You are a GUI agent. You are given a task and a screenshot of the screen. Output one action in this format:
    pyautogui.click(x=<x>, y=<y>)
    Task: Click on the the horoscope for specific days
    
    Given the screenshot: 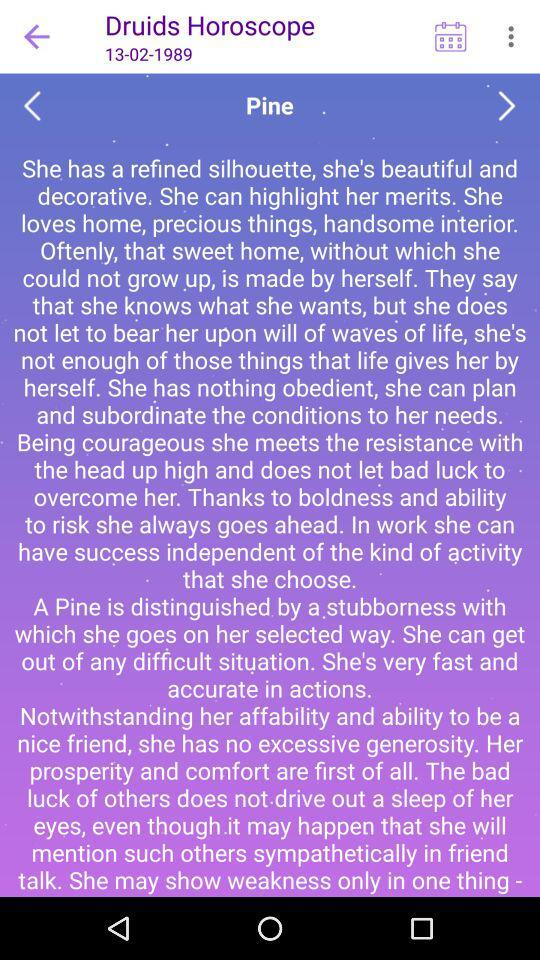 What is the action you would take?
    pyautogui.click(x=450, y=35)
    